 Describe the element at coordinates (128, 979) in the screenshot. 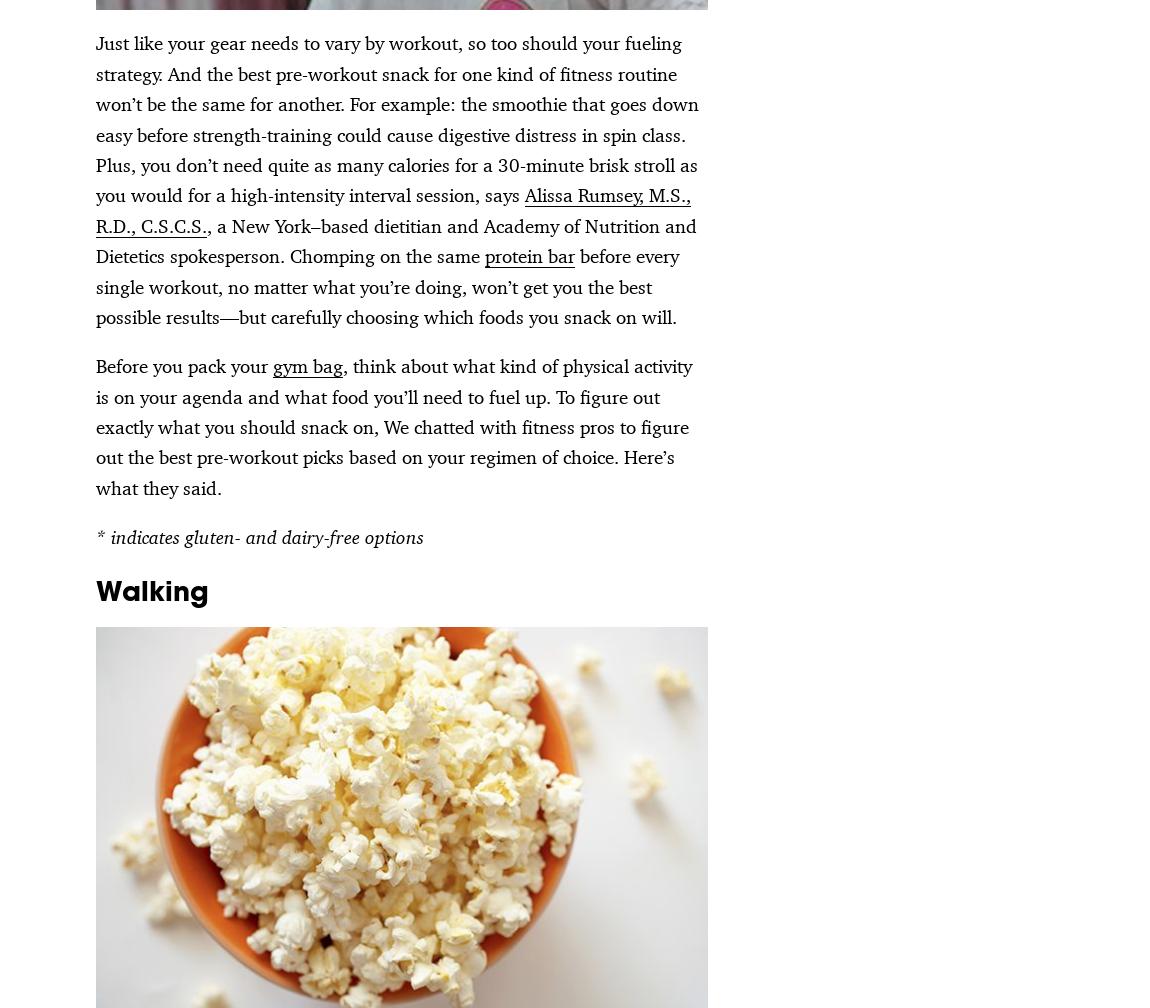

I see `'A Part of Hearst Digital Media'` at that location.